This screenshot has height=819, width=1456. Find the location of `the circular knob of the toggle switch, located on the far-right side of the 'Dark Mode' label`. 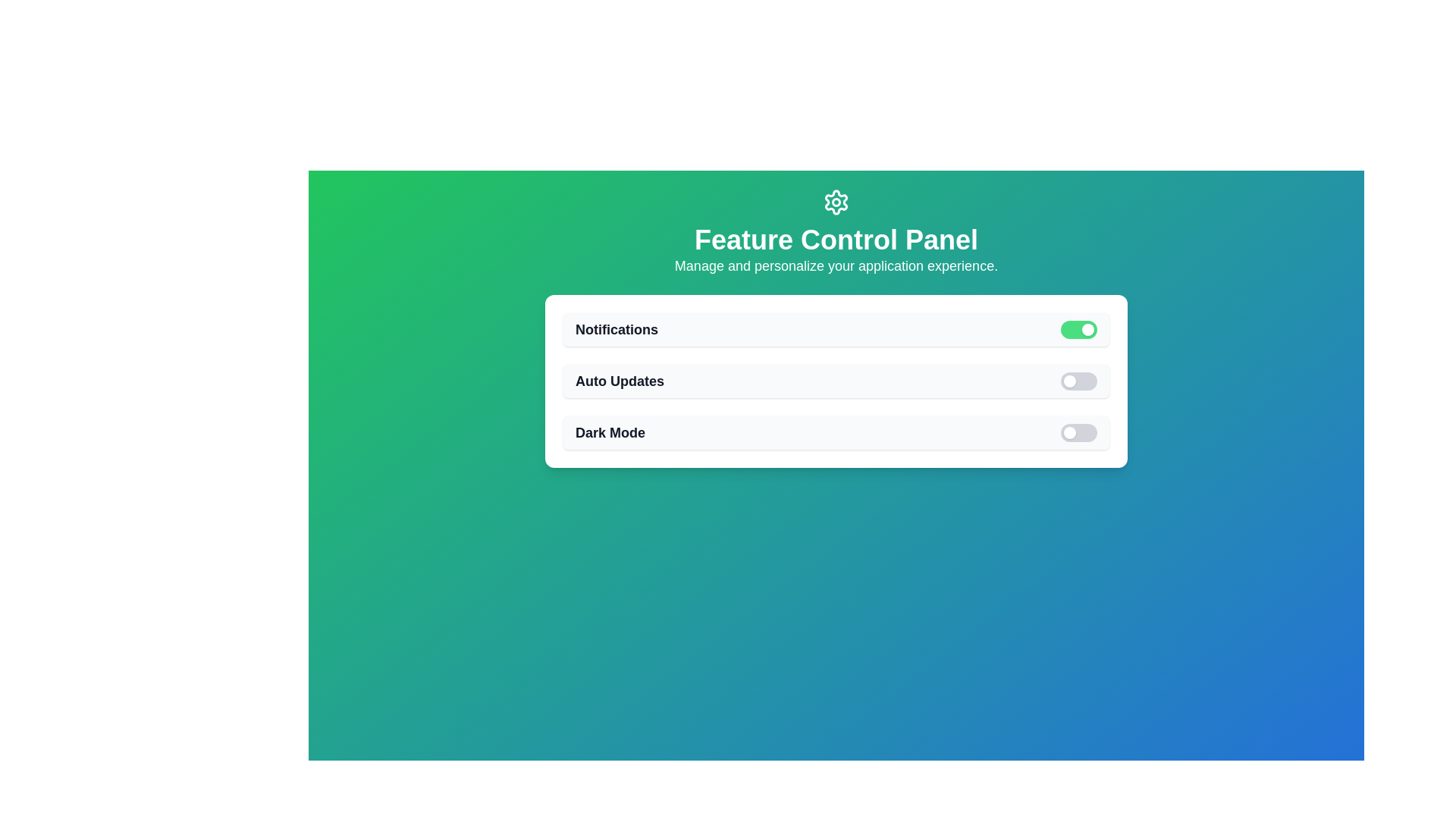

the circular knob of the toggle switch, located on the far-right side of the 'Dark Mode' label is located at coordinates (1078, 432).